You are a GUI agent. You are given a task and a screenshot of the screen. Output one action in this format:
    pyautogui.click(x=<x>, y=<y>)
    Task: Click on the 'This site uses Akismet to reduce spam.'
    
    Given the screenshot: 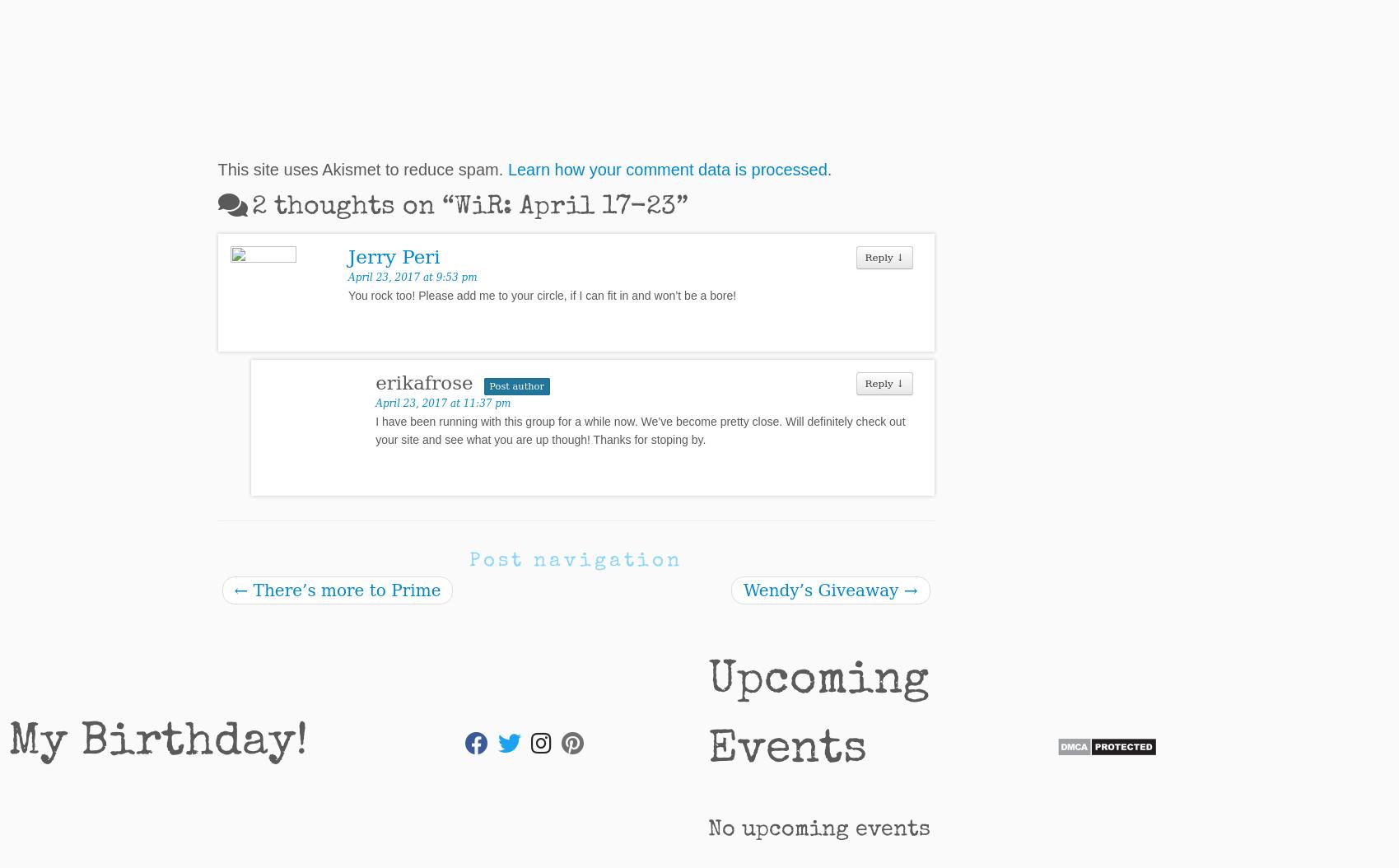 What is the action you would take?
    pyautogui.click(x=362, y=168)
    